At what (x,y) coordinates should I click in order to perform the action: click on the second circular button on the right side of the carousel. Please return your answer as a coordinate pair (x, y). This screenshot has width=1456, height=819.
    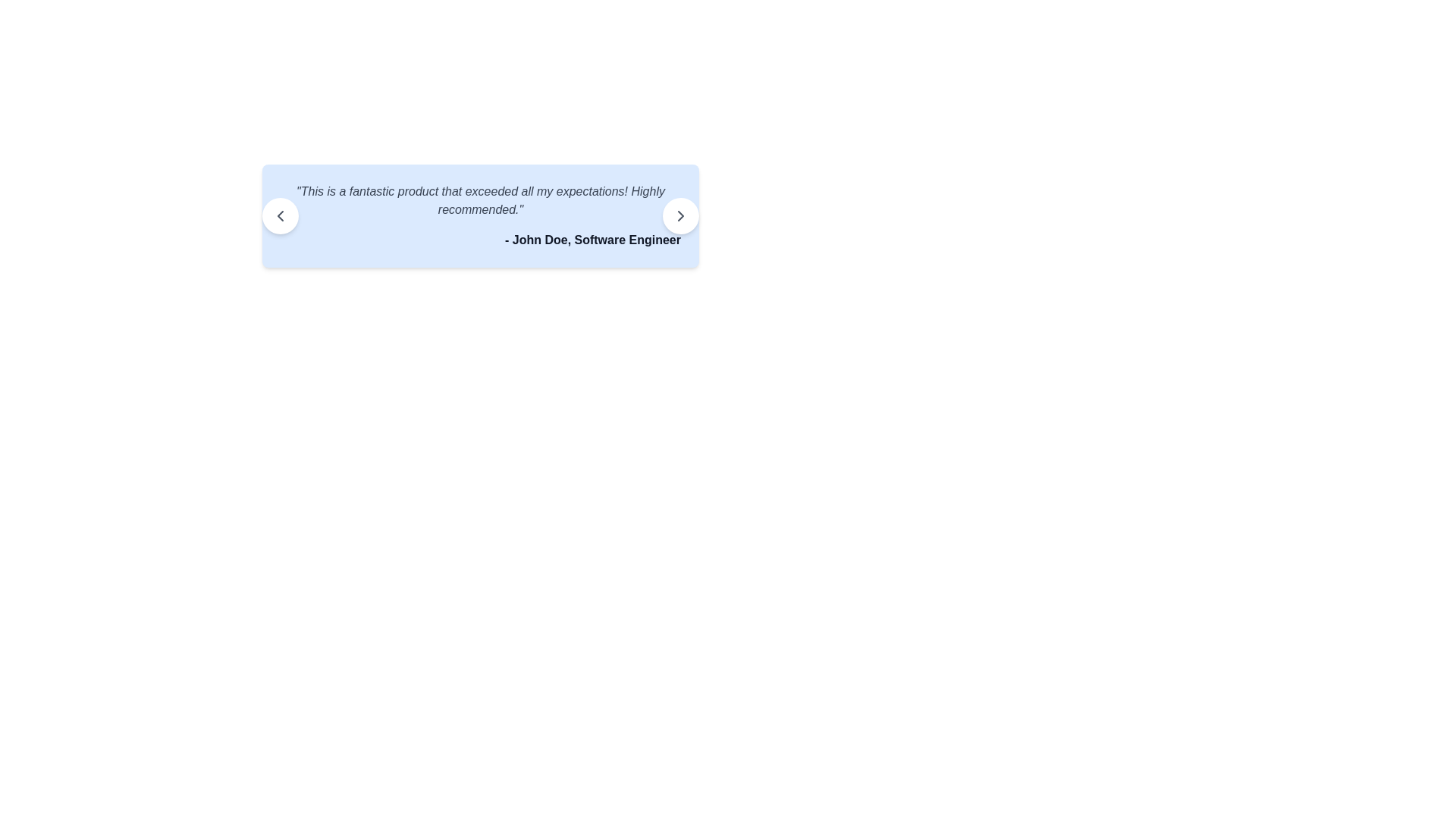
    Looking at the image, I should click on (679, 216).